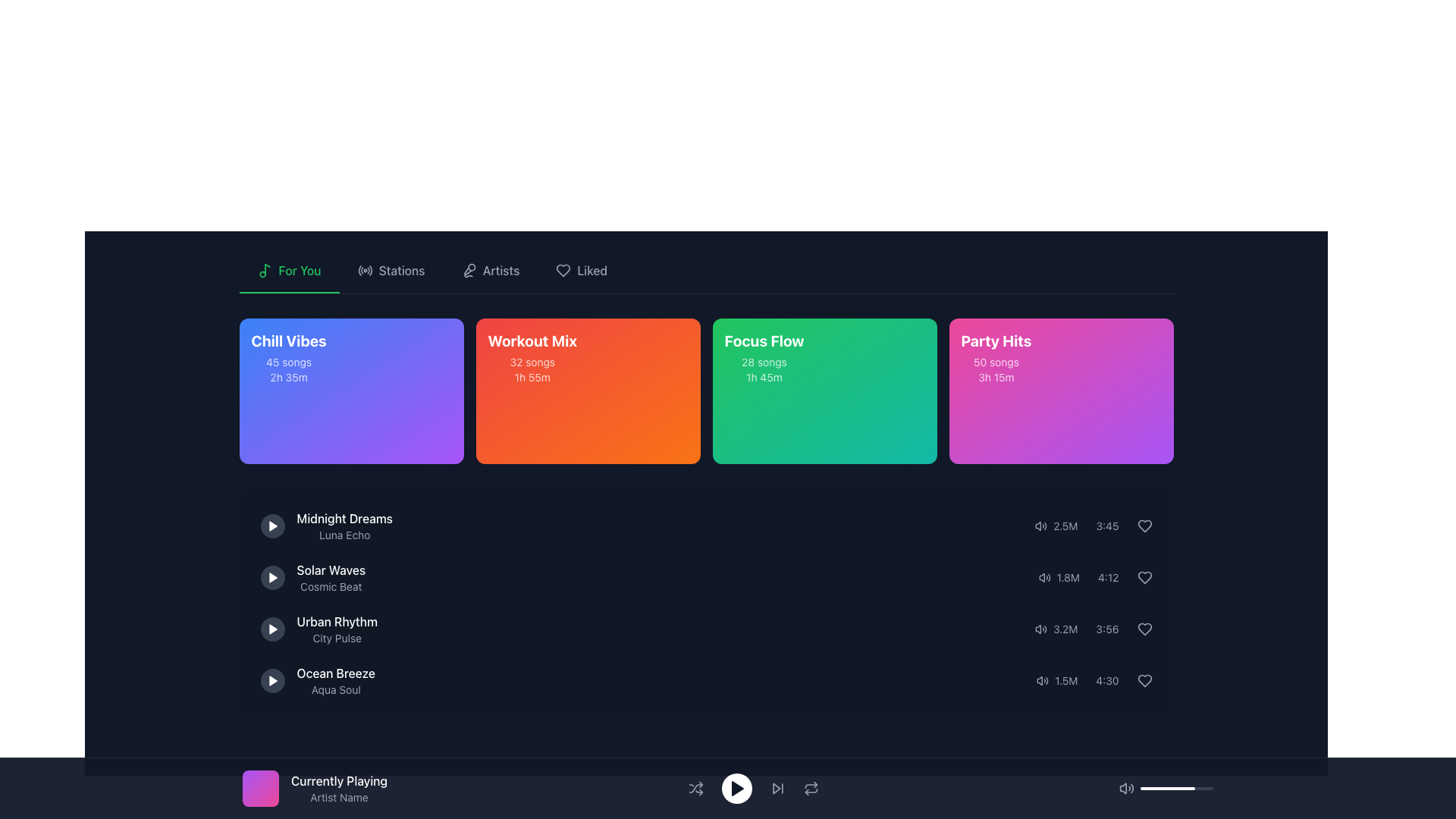 Image resolution: width=1456 pixels, height=819 pixels. I want to click on the text label that reads '45 songs', which is styled with a small font size and slight opacity, located within the 'Chill Vibes' playlist card, so click(289, 362).